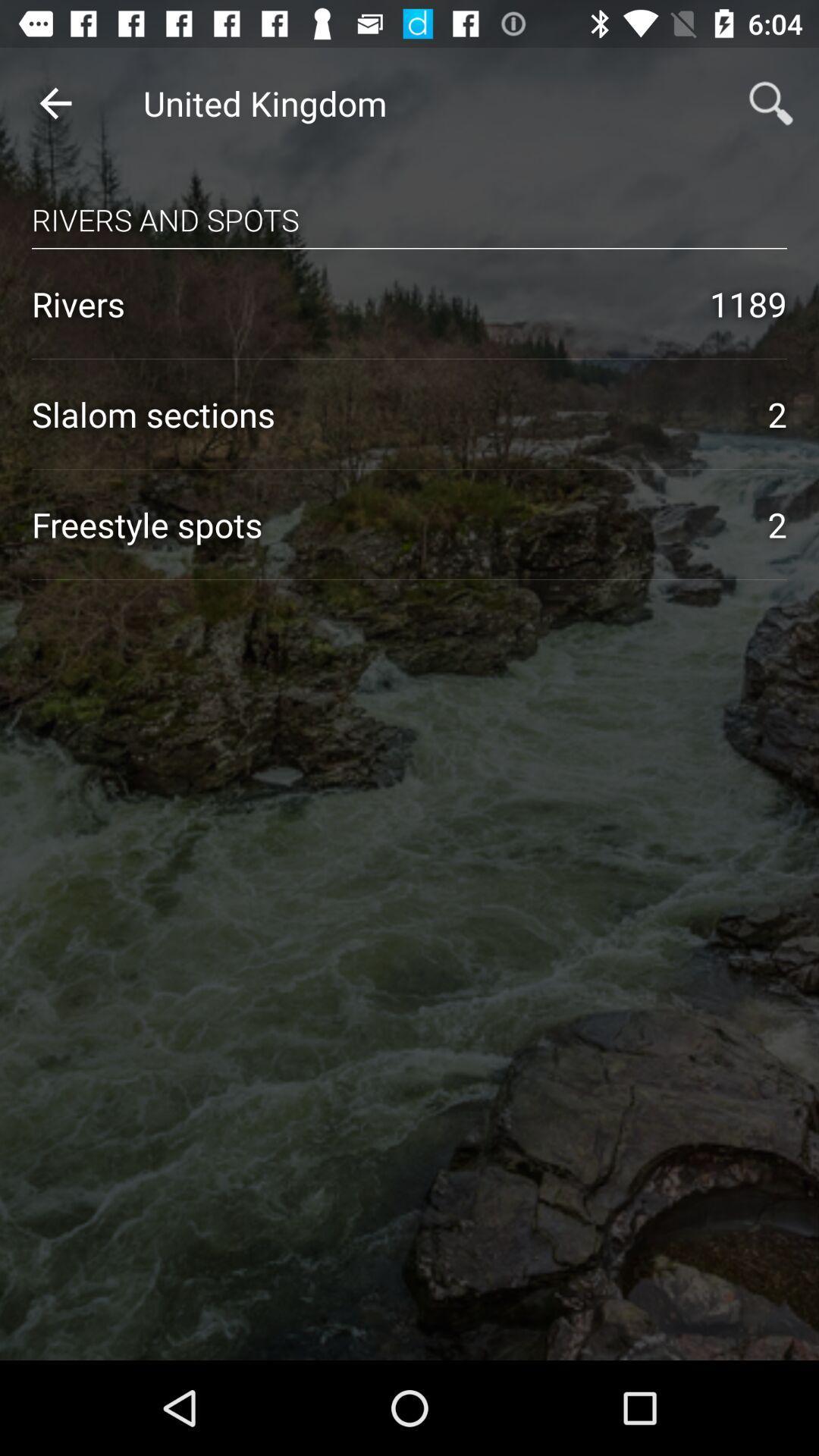 Image resolution: width=819 pixels, height=1456 pixels. What do you see at coordinates (383, 414) in the screenshot?
I see `the slalom sections` at bounding box center [383, 414].